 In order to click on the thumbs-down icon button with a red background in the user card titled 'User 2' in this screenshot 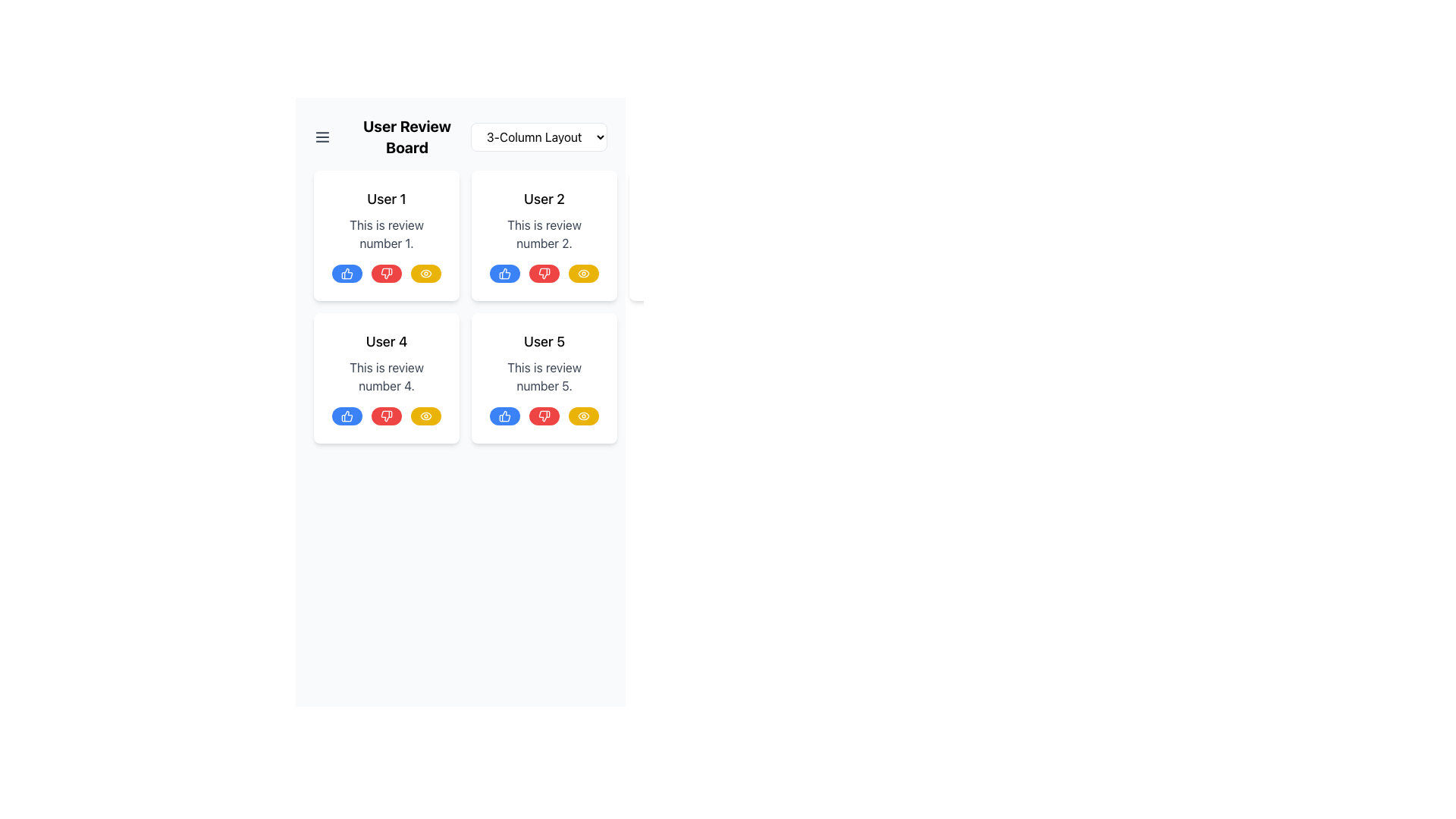, I will do `click(544, 274)`.